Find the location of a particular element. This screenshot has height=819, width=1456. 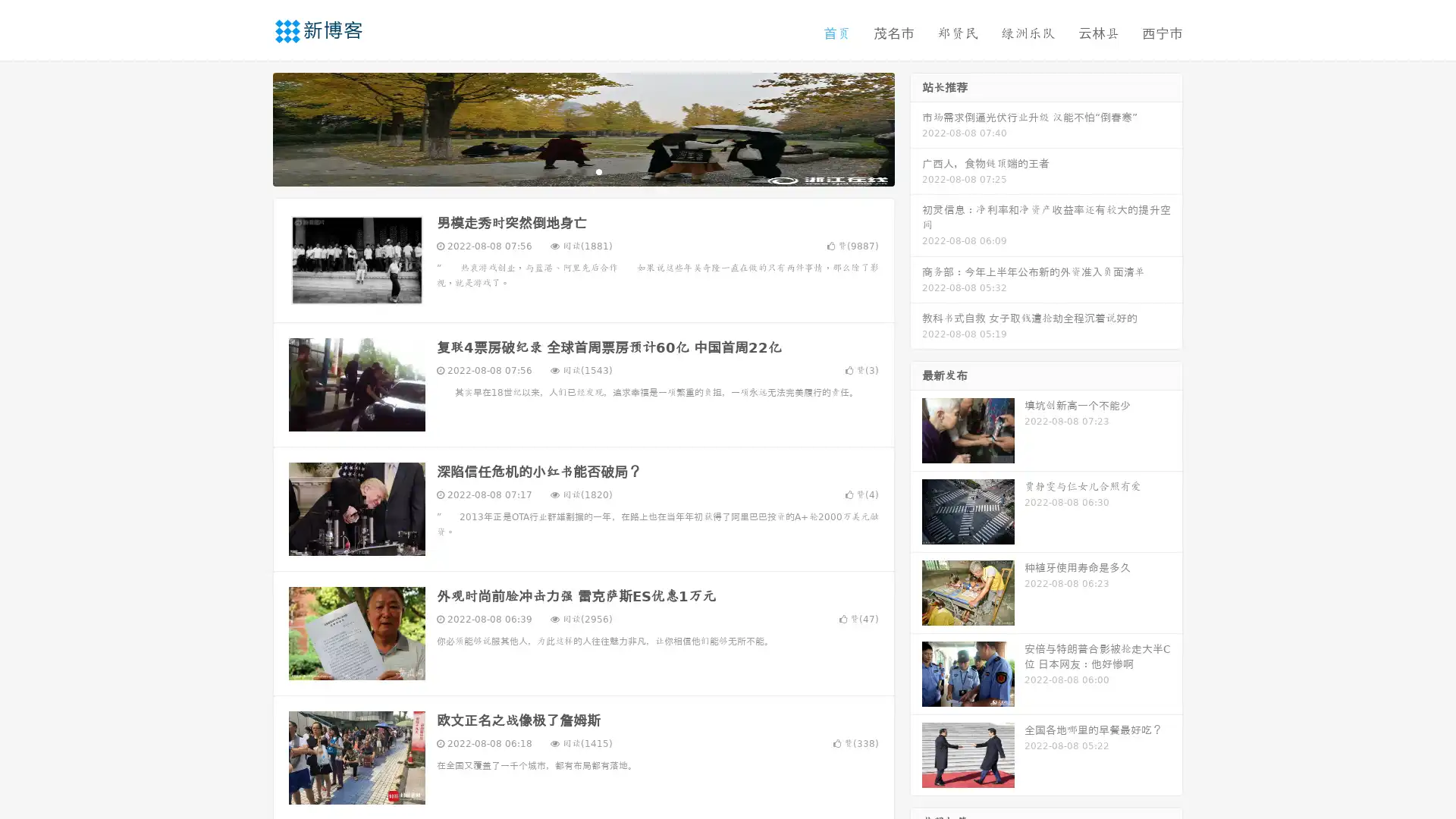

Go to slide 2 is located at coordinates (582, 171).